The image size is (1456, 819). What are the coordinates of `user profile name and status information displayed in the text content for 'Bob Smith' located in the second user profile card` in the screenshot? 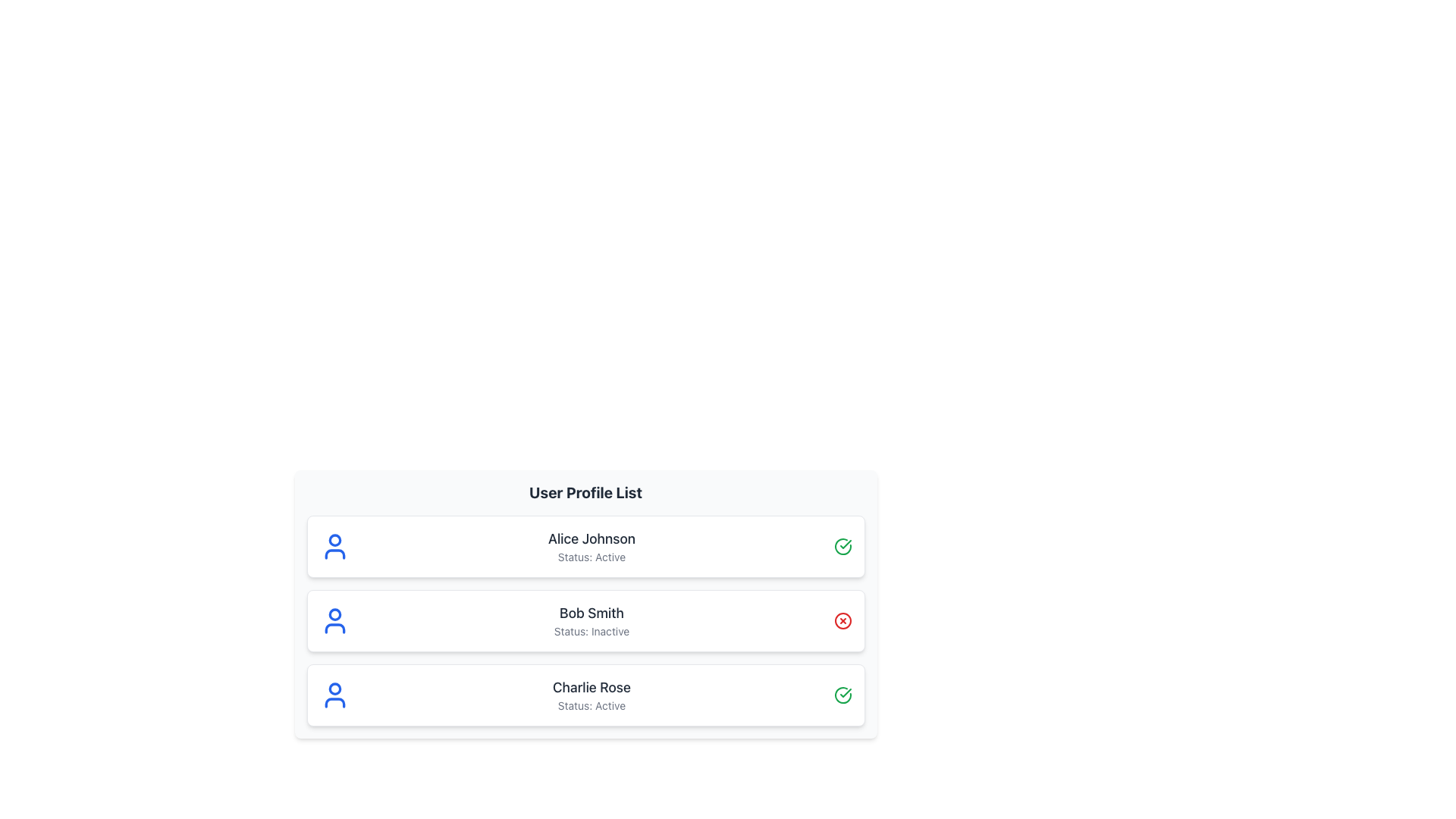 It's located at (591, 620).